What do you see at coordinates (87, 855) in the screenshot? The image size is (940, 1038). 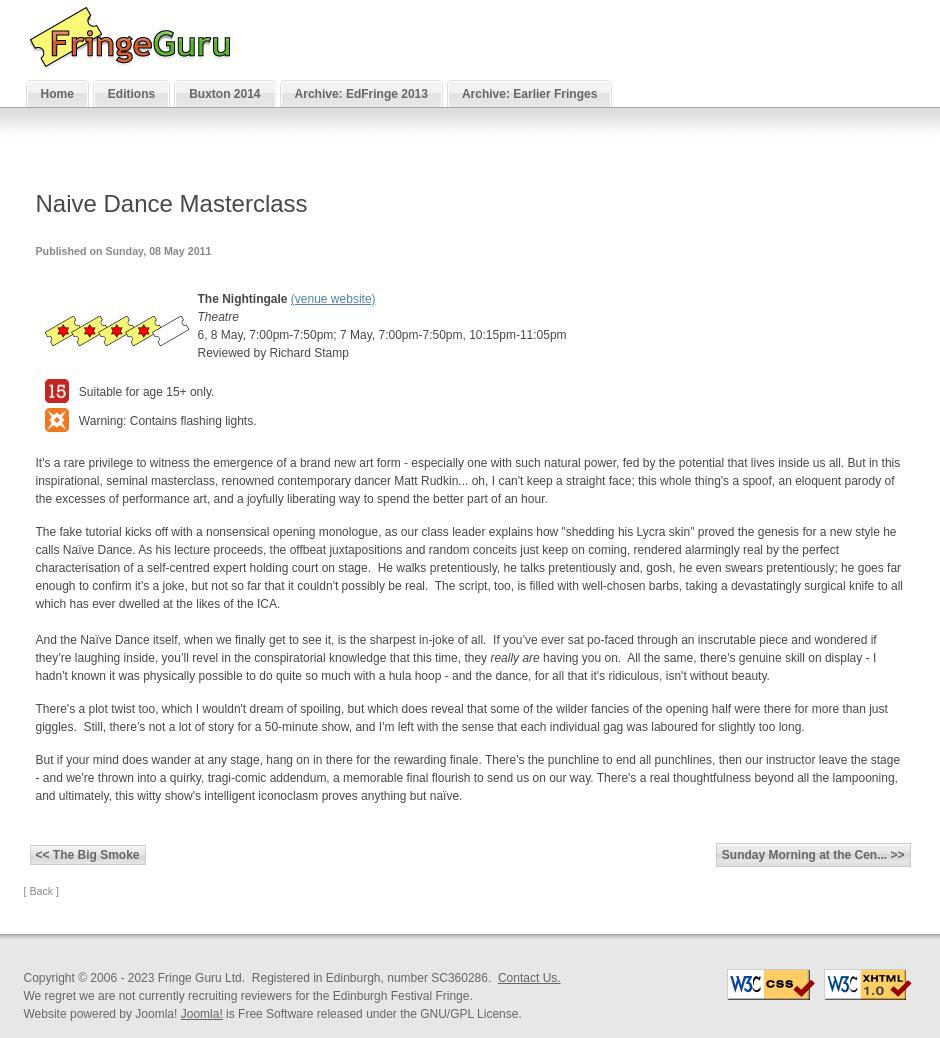 I see `'<< The Big Smoke'` at bounding box center [87, 855].